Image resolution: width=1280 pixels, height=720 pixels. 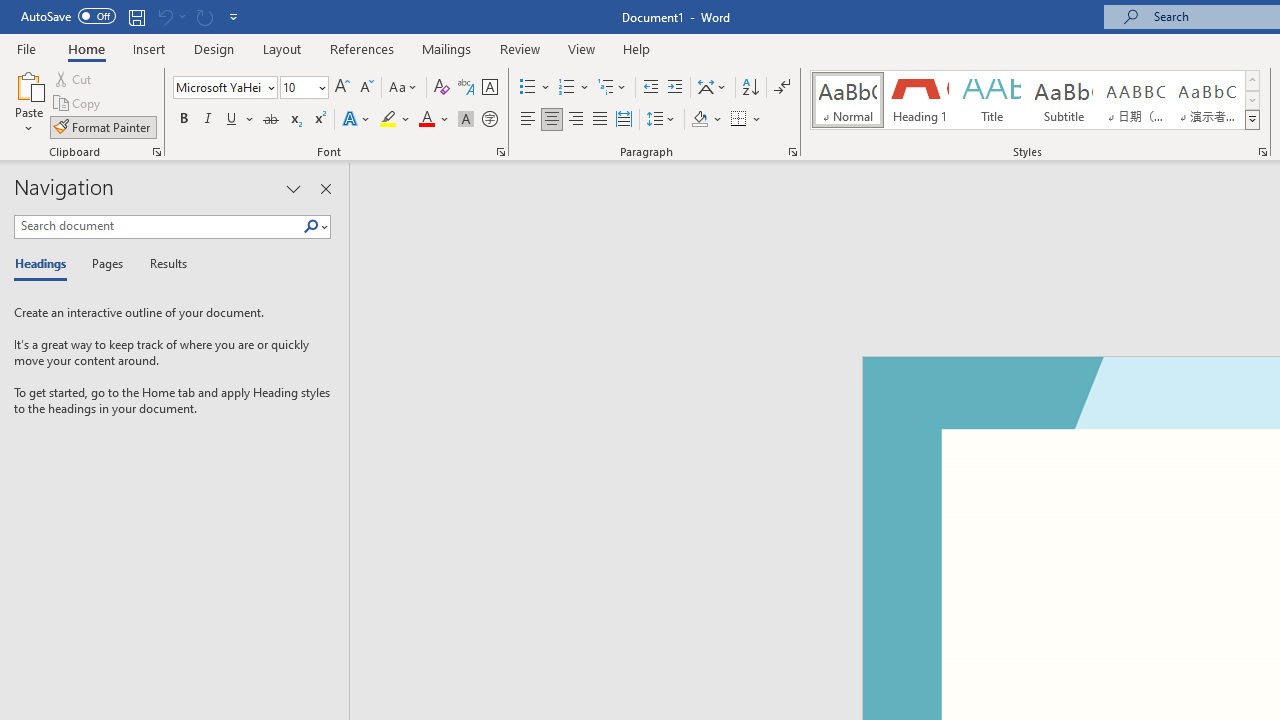 What do you see at coordinates (45, 264) in the screenshot?
I see `'Headings'` at bounding box center [45, 264].